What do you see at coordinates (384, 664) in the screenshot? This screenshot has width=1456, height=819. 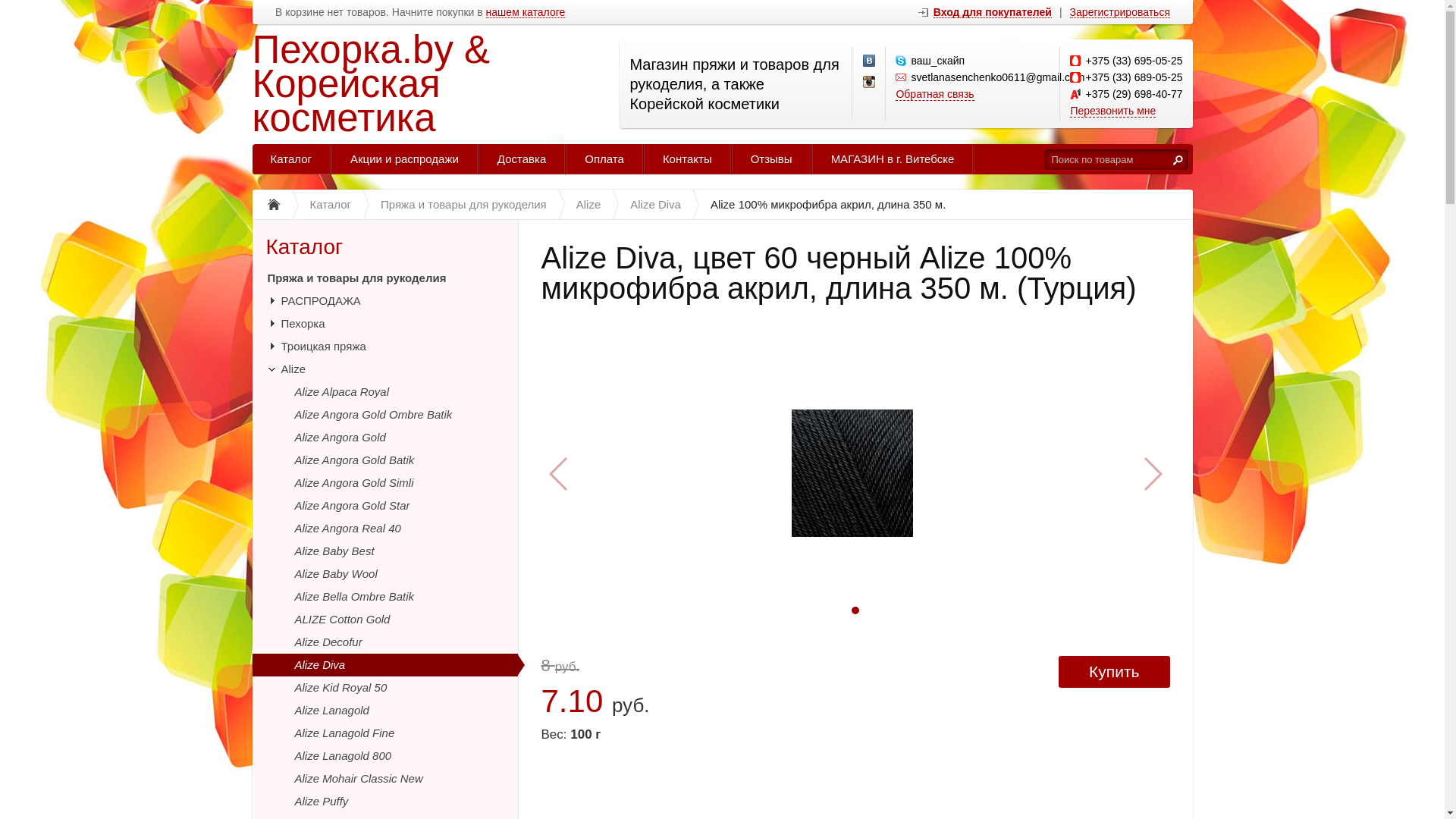 I see `'Alize Diva'` at bounding box center [384, 664].